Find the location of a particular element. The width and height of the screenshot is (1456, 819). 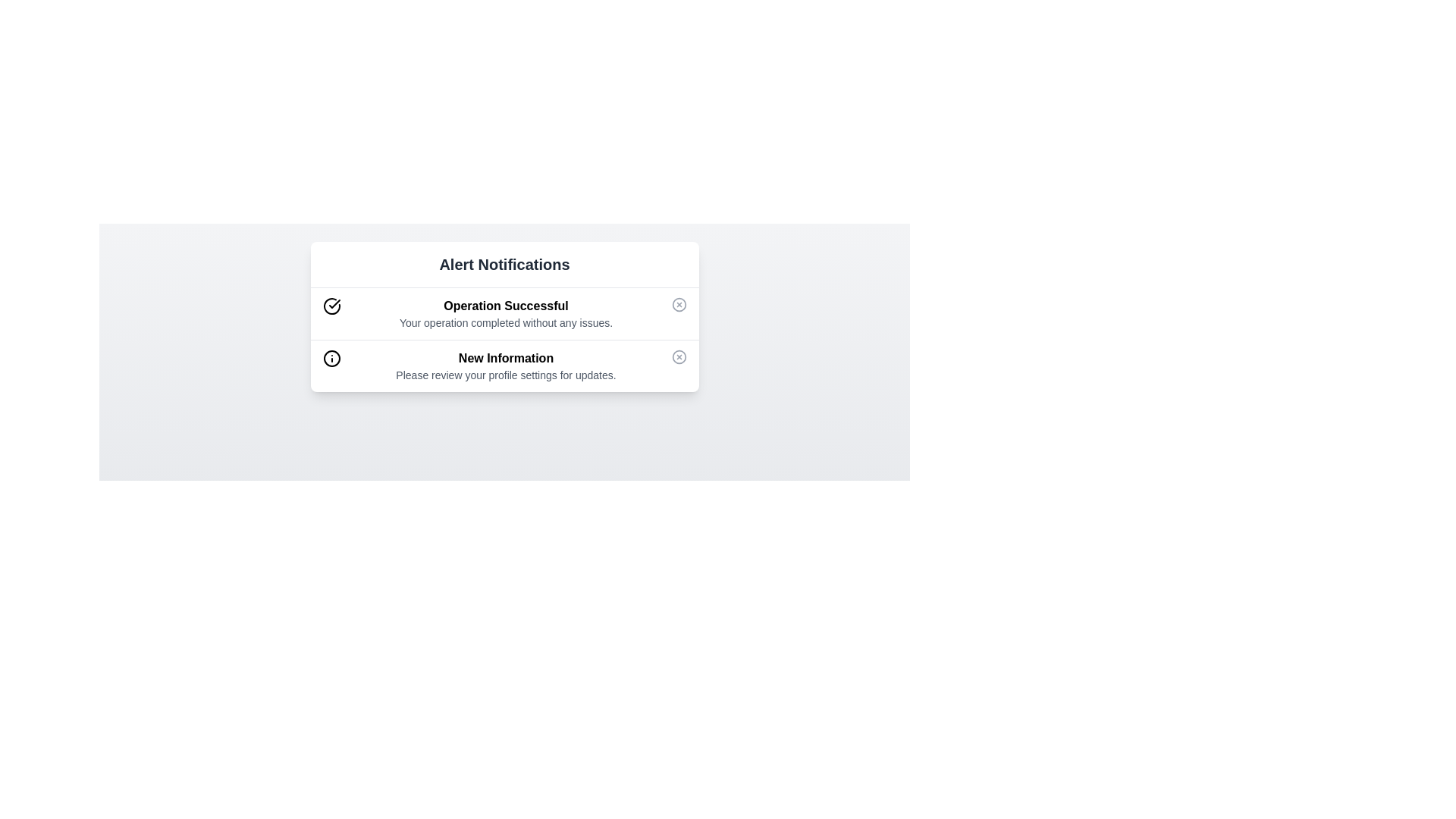

the surrounding area of the SVG Circle that serves as the background for the information icon in the 'New Information' notification row is located at coordinates (331, 359).